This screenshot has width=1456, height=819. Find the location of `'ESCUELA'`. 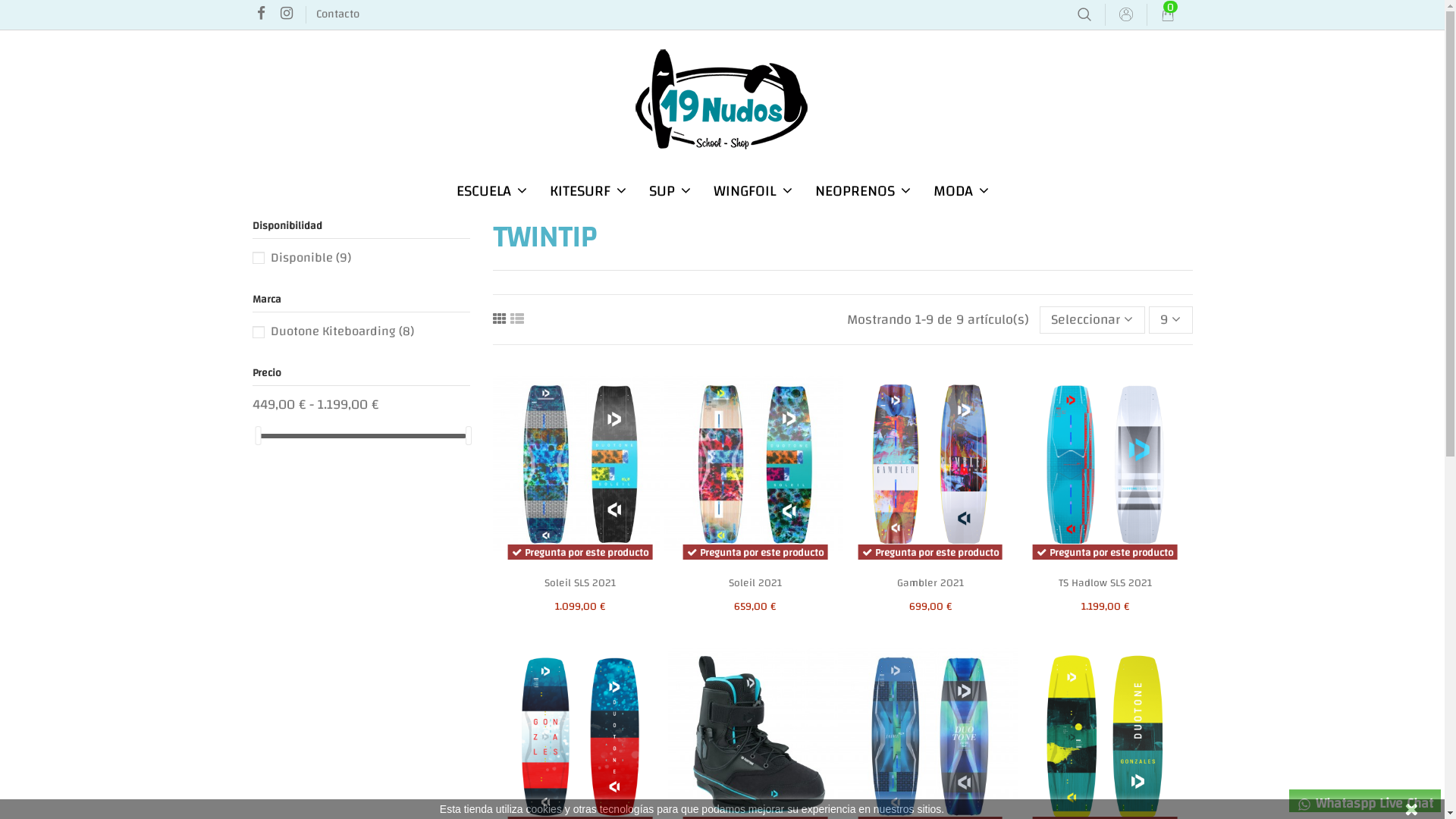

'ESCUELA' is located at coordinates (491, 190).